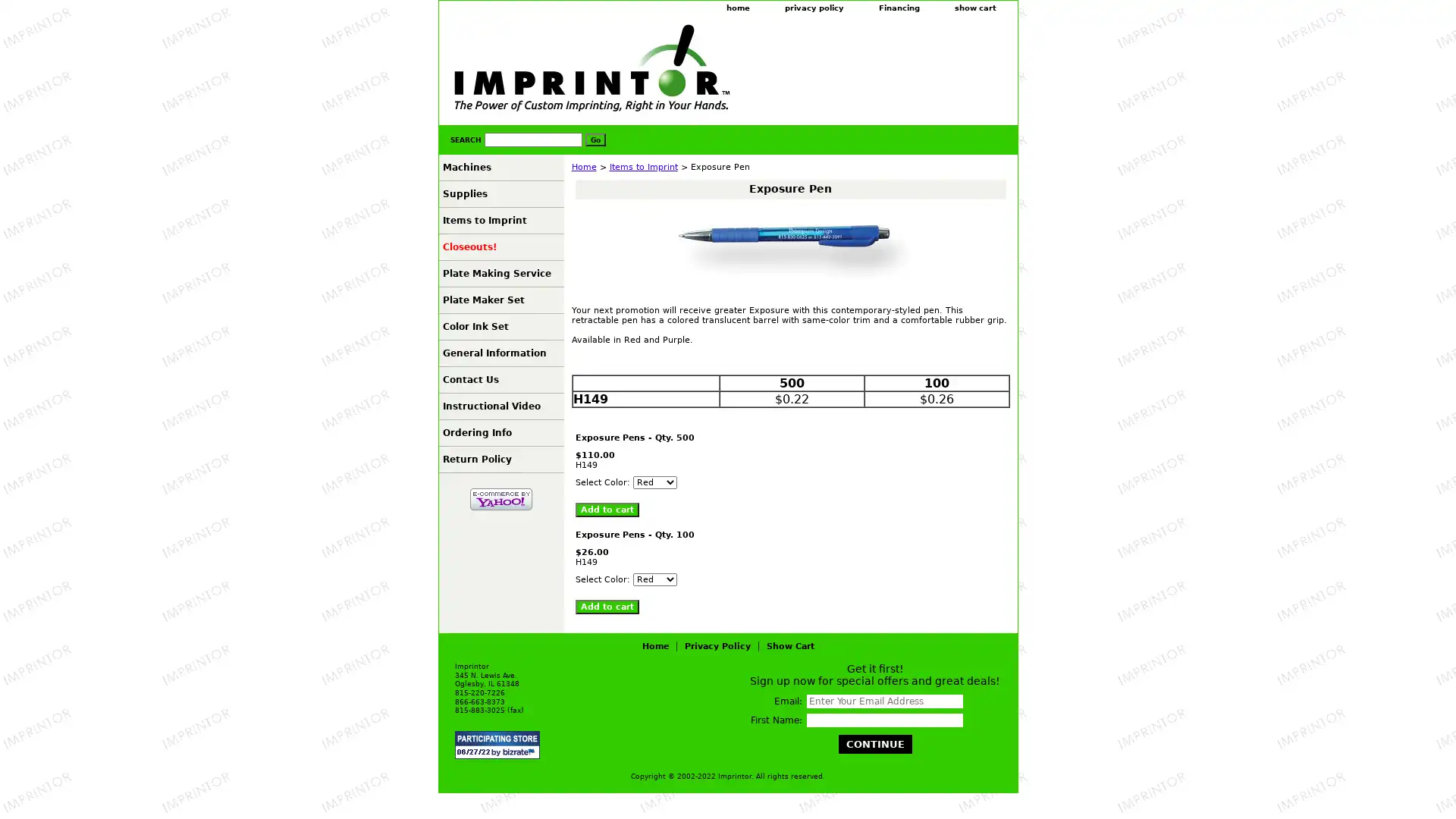  Describe the element at coordinates (607, 510) in the screenshot. I see `Add to cart` at that location.